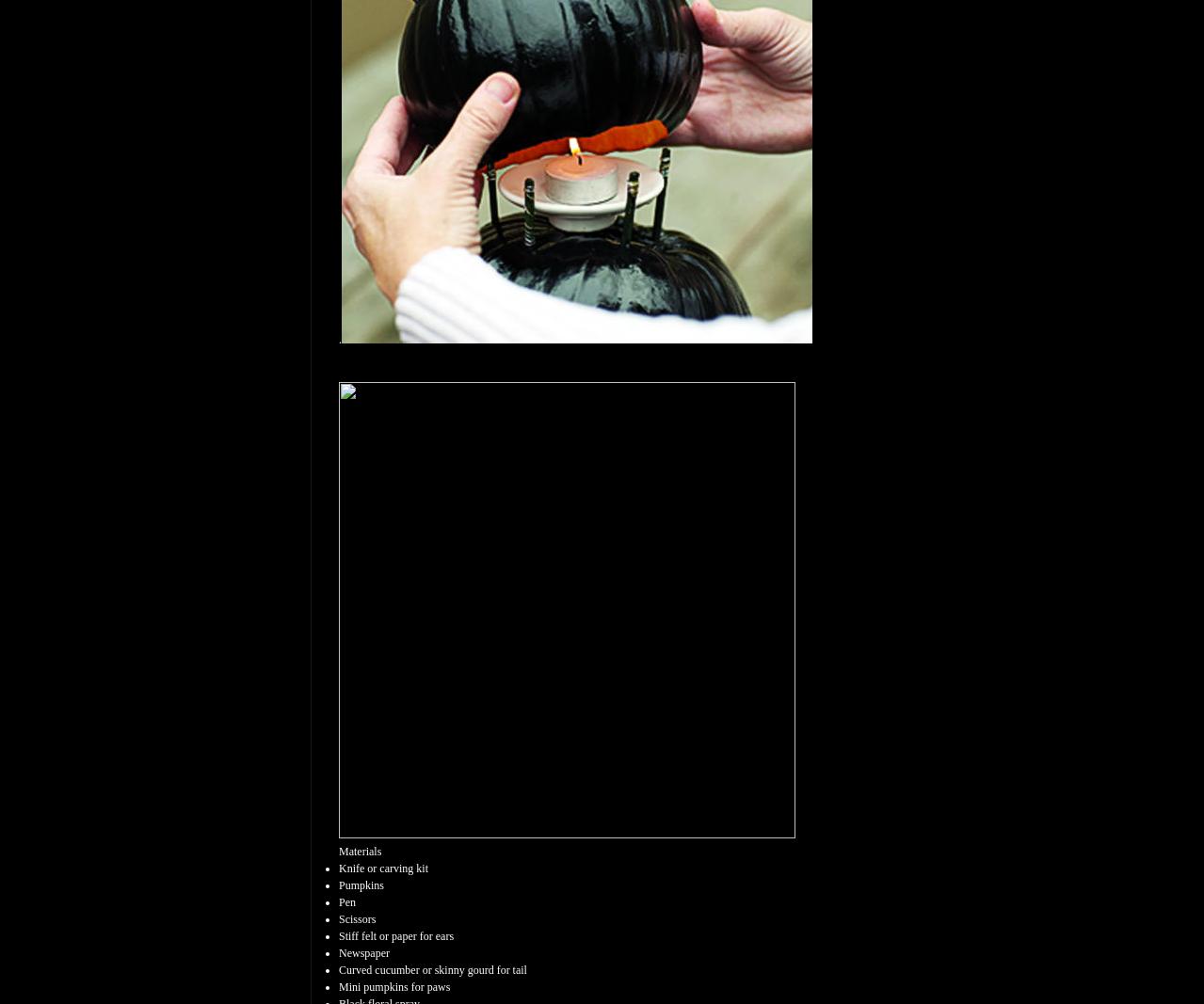 The image size is (1204, 1004). Describe the element at coordinates (395, 935) in the screenshot. I see `'Stiff felt or paper for ears'` at that location.